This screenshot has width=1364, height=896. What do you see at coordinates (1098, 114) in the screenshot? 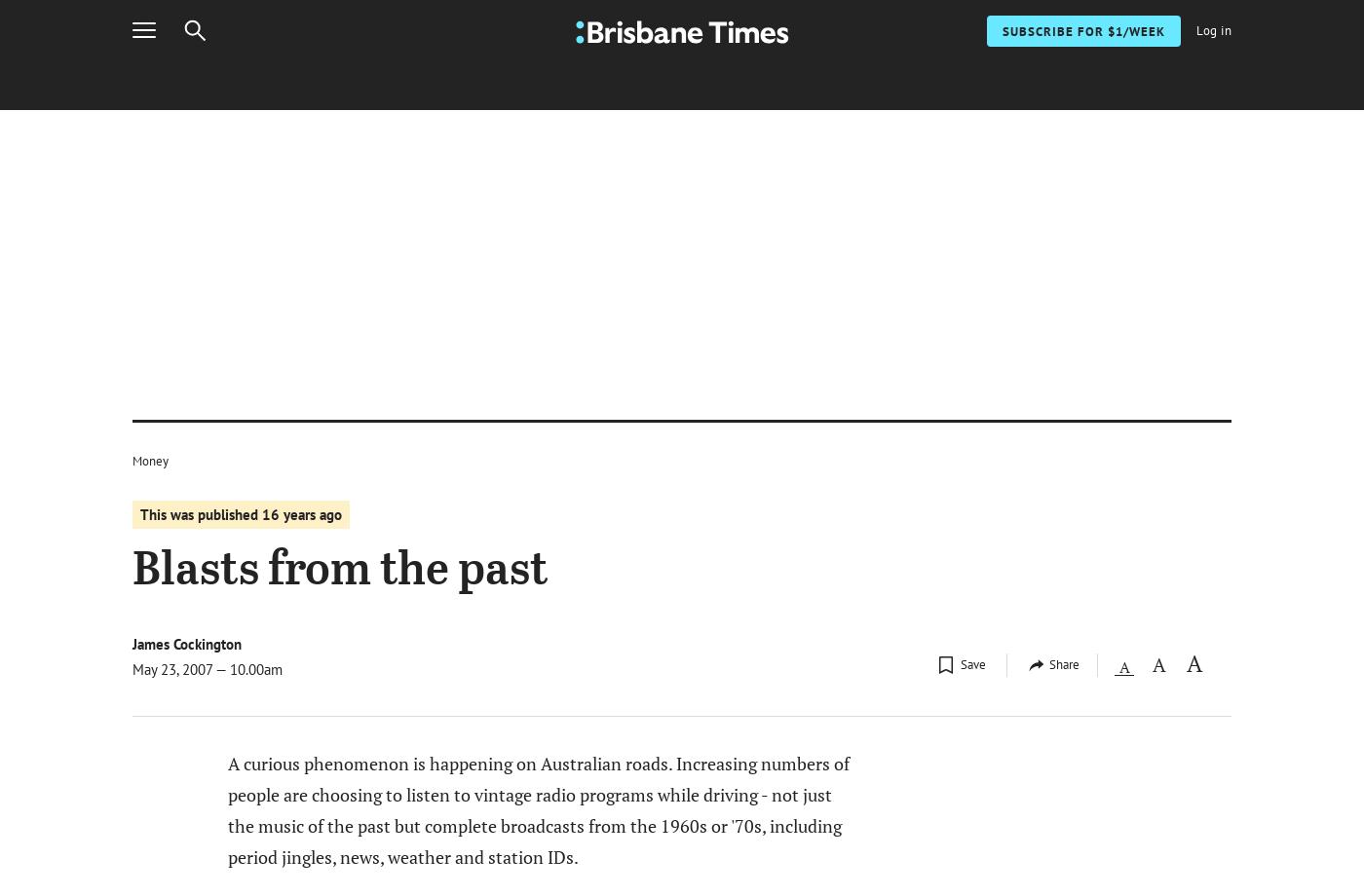
I see `'Dismiss'` at bounding box center [1098, 114].